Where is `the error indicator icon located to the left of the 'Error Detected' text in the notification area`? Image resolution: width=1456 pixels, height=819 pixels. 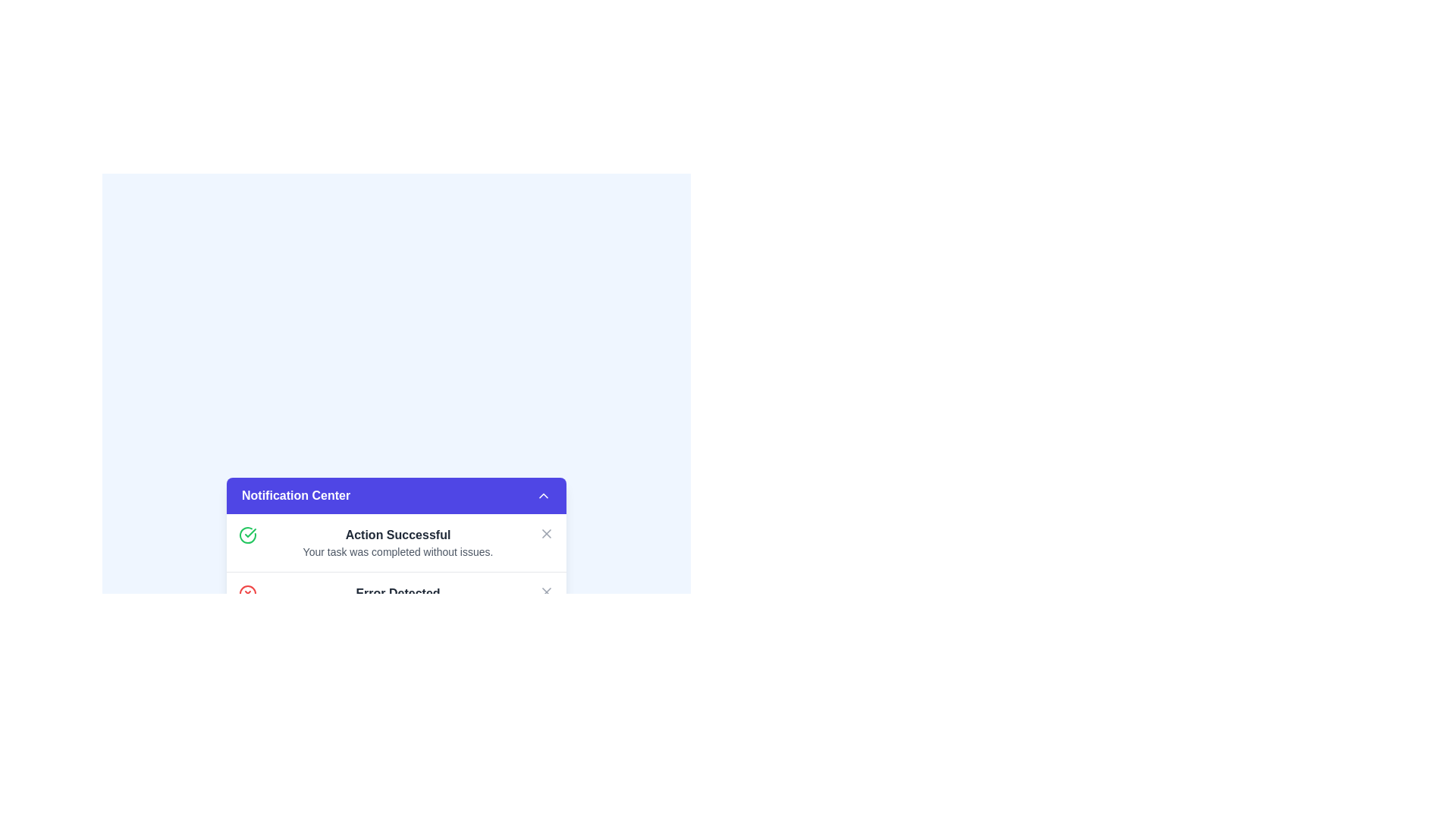 the error indicator icon located to the left of the 'Error Detected' text in the notification area is located at coordinates (247, 593).